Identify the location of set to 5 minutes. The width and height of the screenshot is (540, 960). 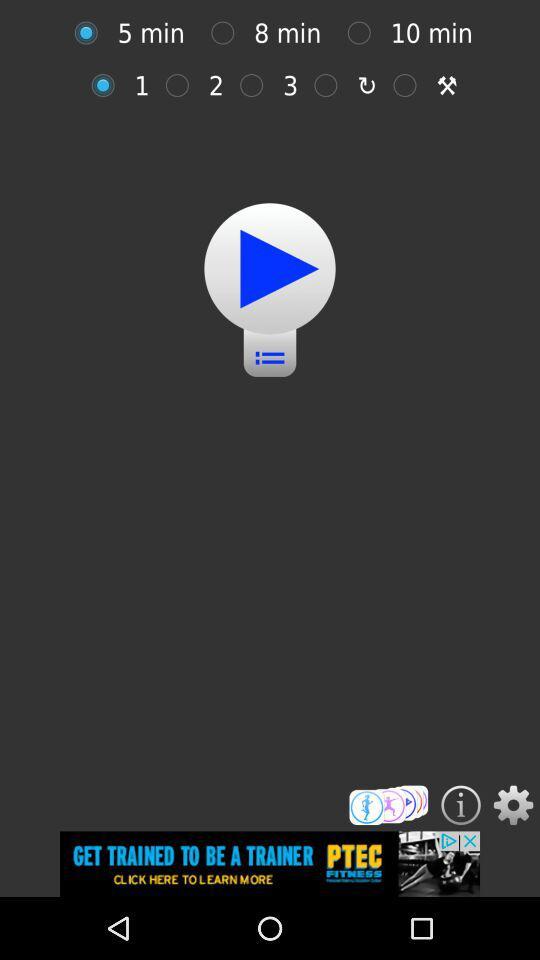
(90, 32).